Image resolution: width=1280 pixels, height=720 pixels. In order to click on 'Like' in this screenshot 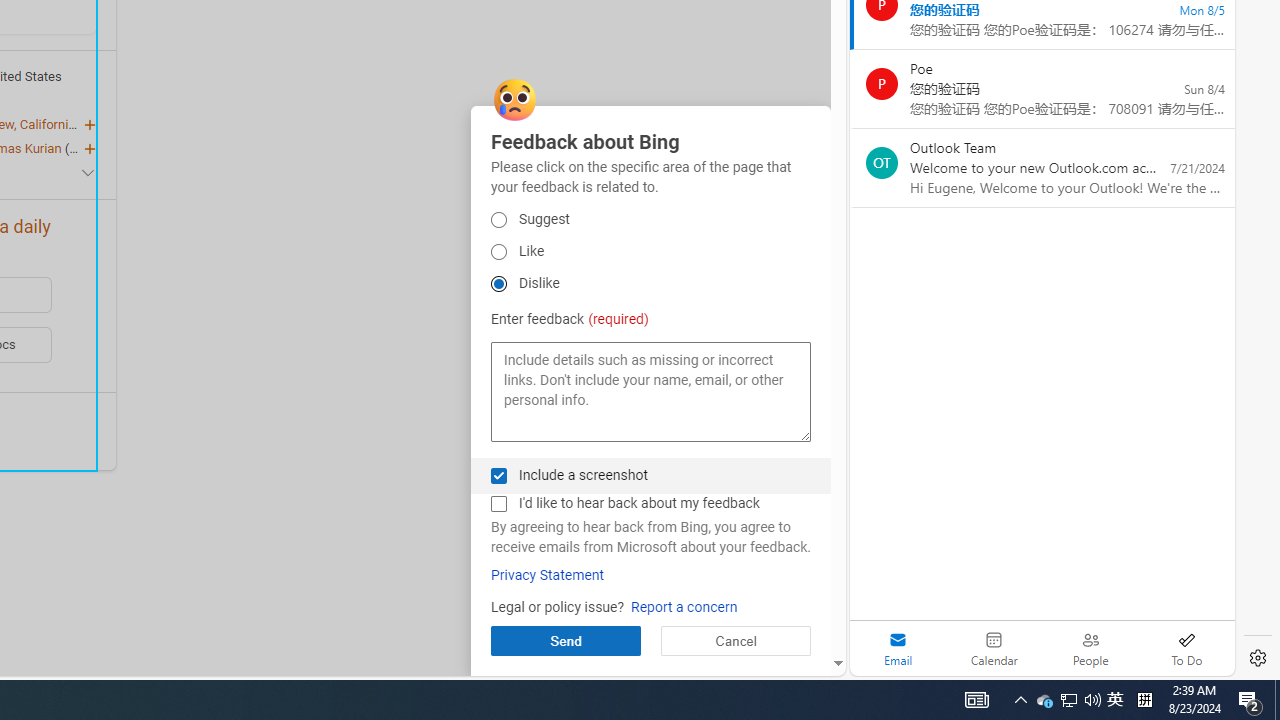, I will do `click(499, 250)`.